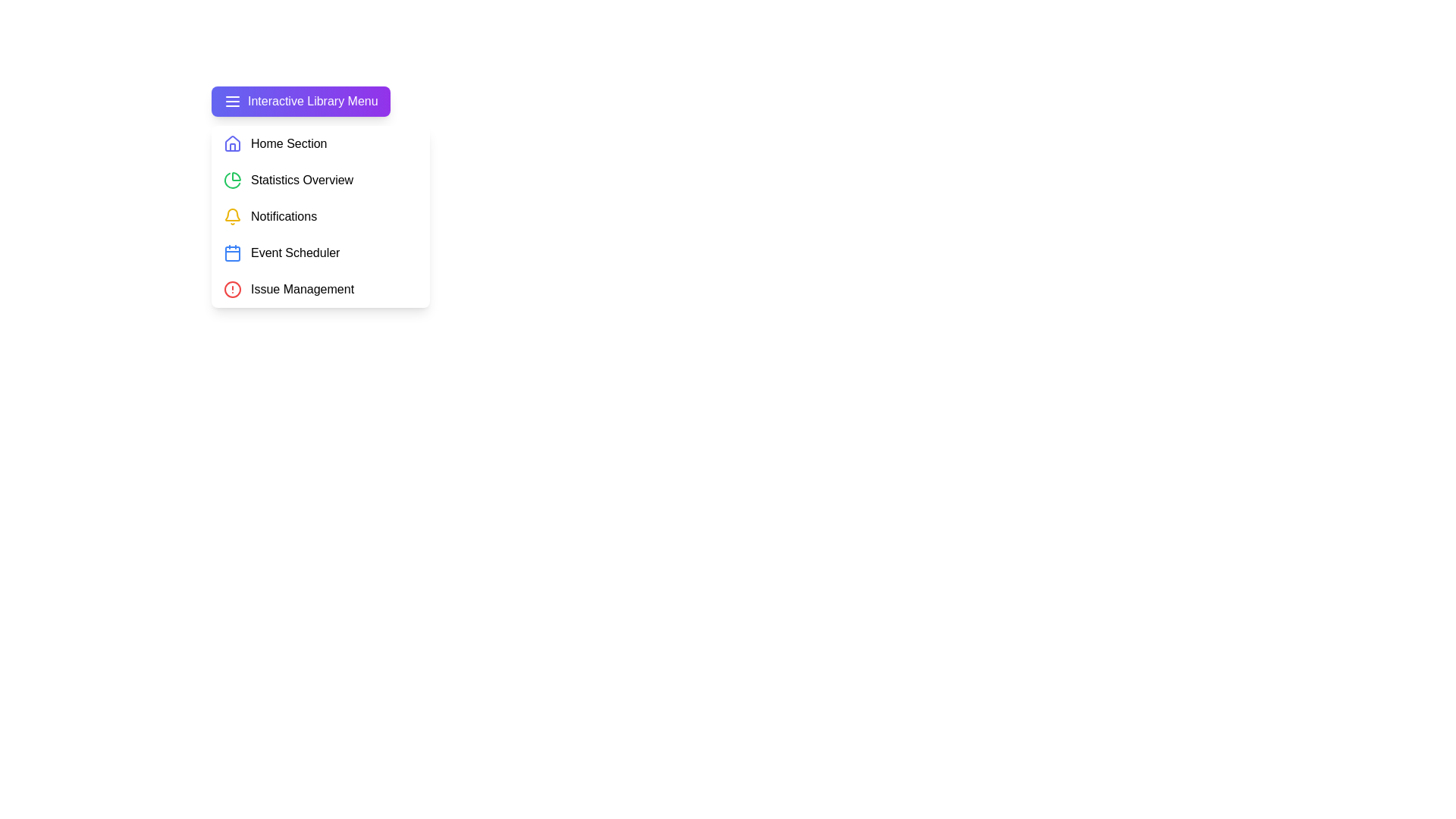 This screenshot has width=1456, height=819. I want to click on the menu item Issue Management, so click(319, 289).